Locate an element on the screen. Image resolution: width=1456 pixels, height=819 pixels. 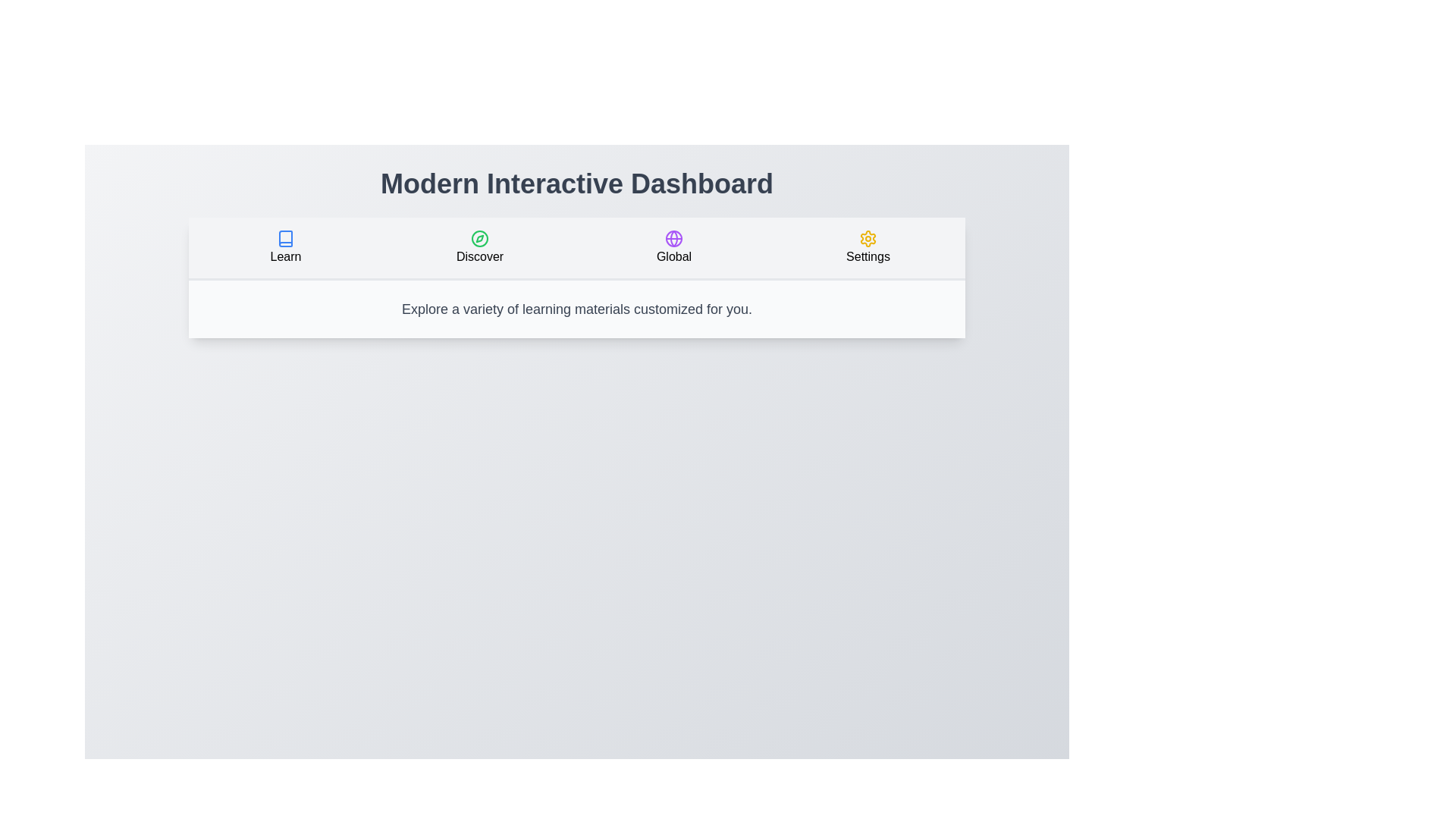
the blue book icon representing the 'Learn' functionality located at the top left section of the interface, which is above the 'Learn' text is located at coordinates (286, 239).